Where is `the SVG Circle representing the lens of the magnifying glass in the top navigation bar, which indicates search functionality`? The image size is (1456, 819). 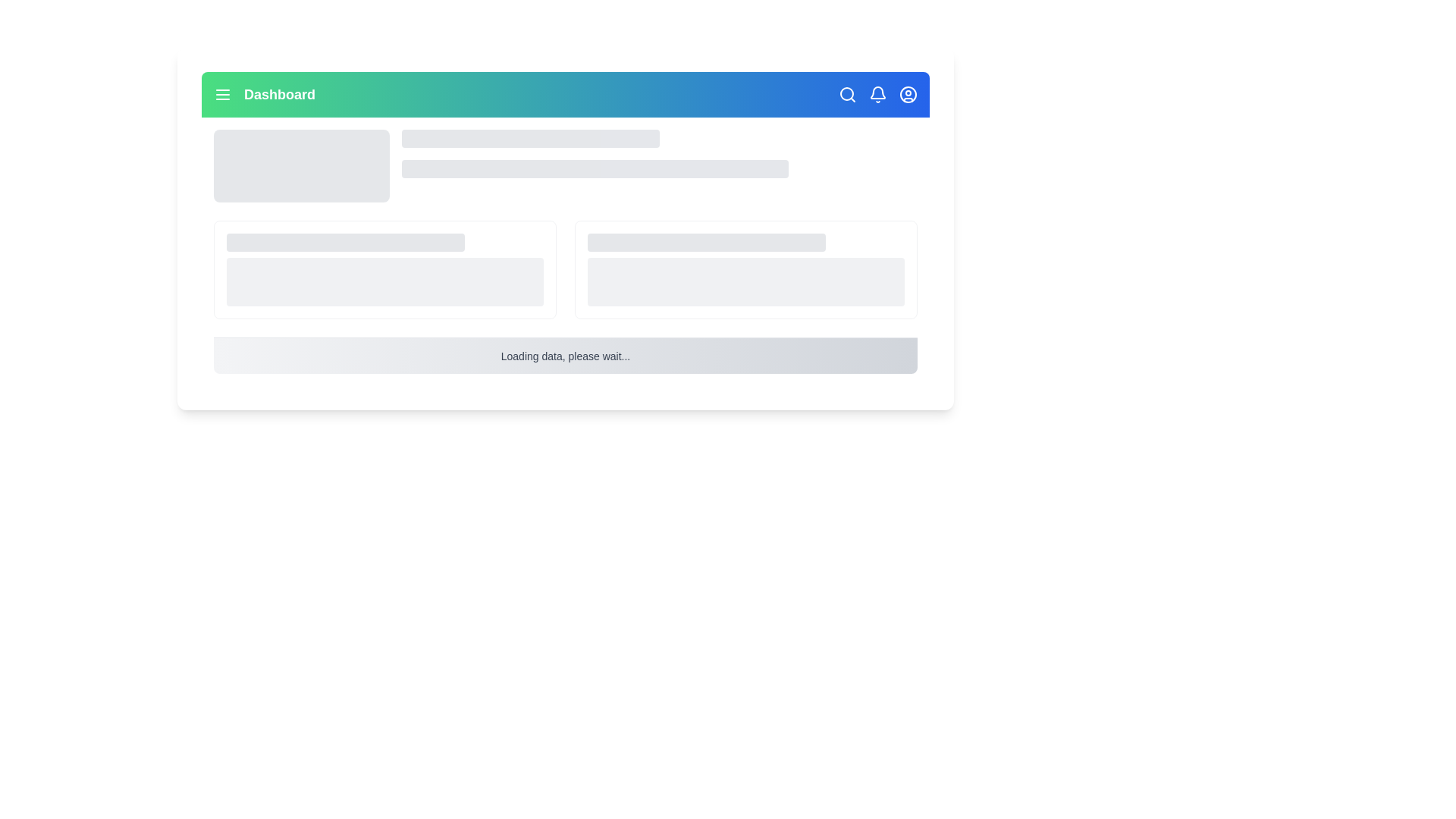 the SVG Circle representing the lens of the magnifying glass in the top navigation bar, which indicates search functionality is located at coordinates (846, 93).